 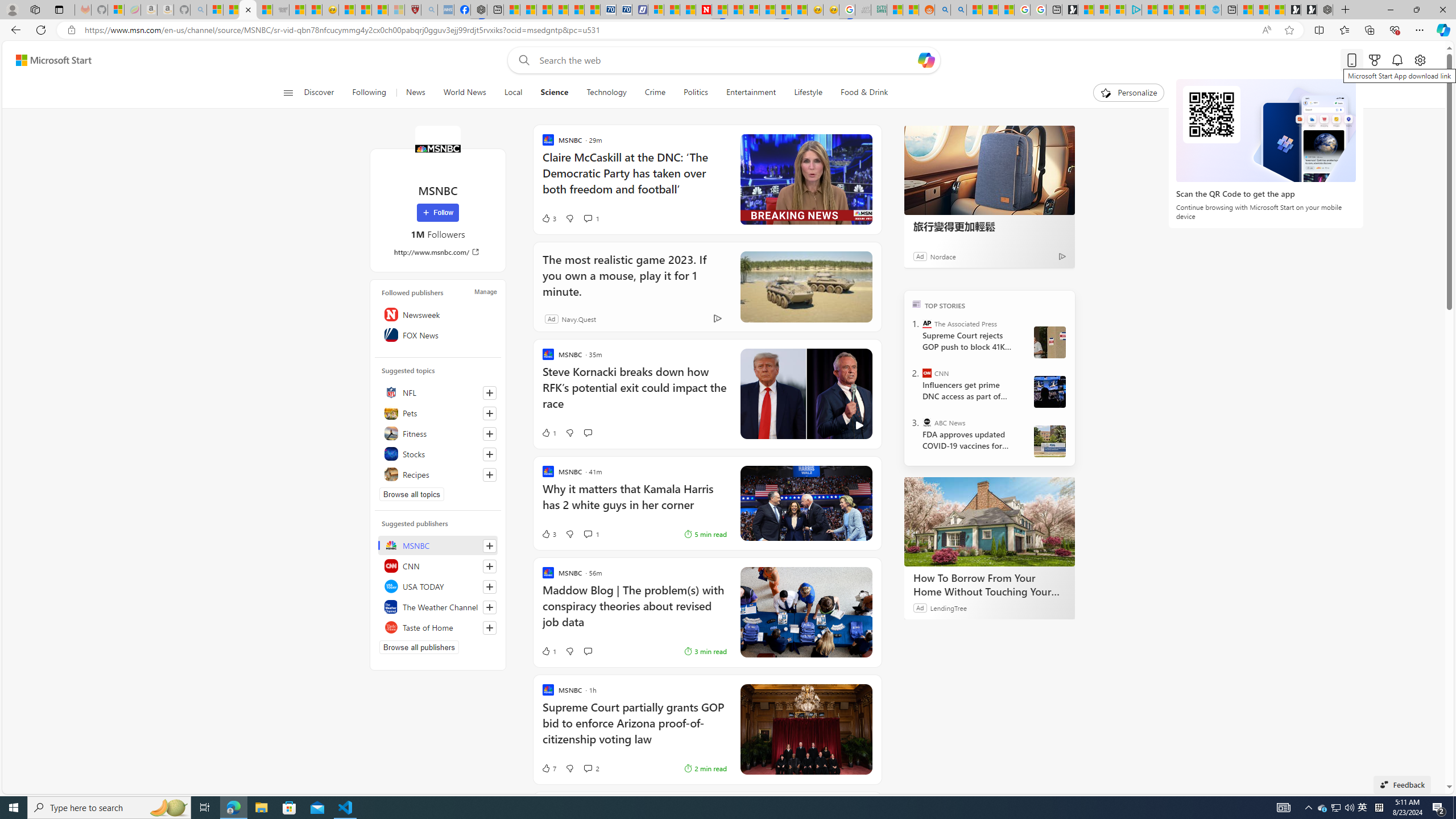 I want to click on 'Follow this topic', so click(x=489, y=474).